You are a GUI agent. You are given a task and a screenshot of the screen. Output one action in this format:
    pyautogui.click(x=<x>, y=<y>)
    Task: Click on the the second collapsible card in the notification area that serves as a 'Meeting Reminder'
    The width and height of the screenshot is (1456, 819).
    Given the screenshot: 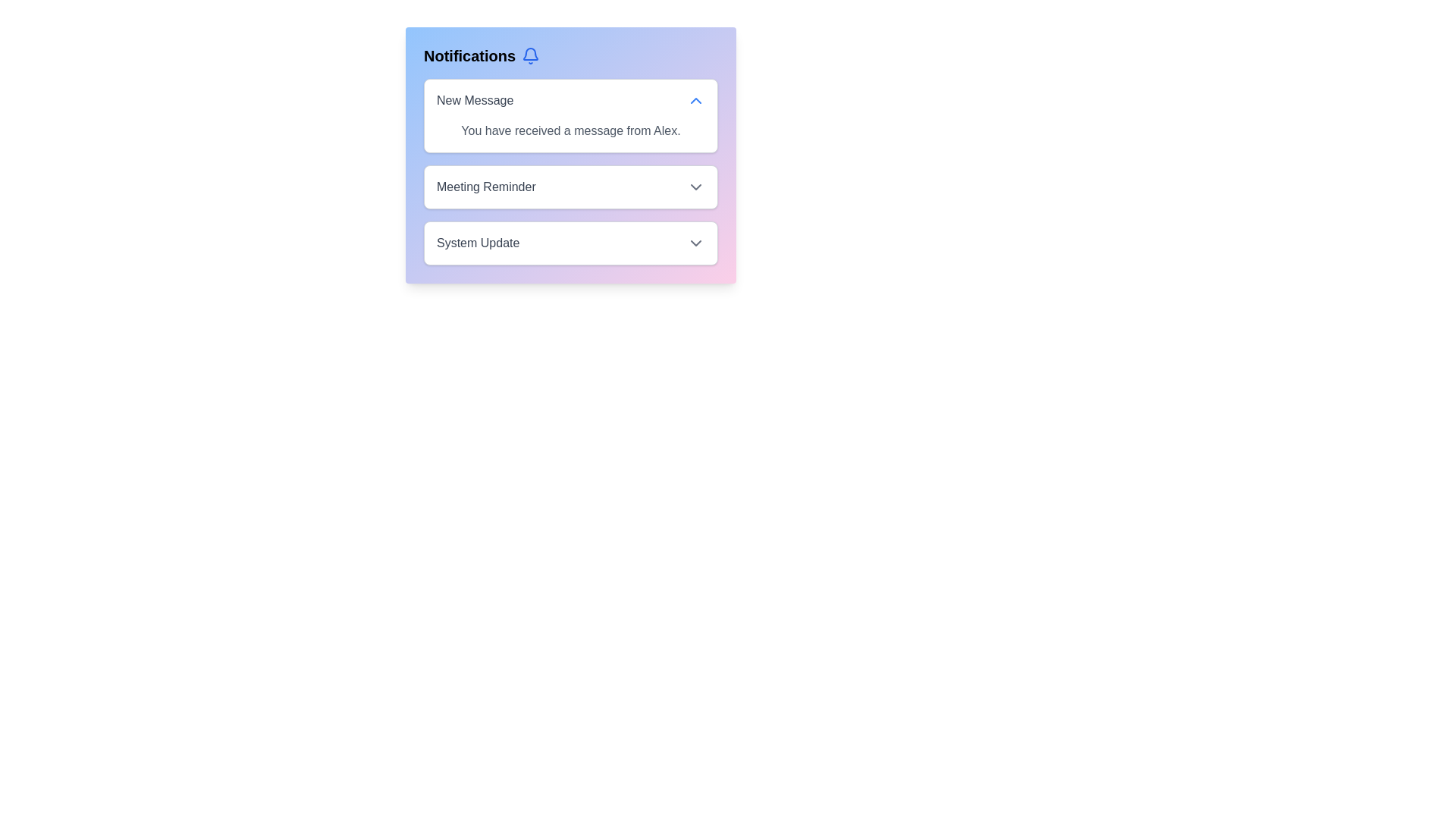 What is the action you would take?
    pyautogui.click(x=570, y=186)
    